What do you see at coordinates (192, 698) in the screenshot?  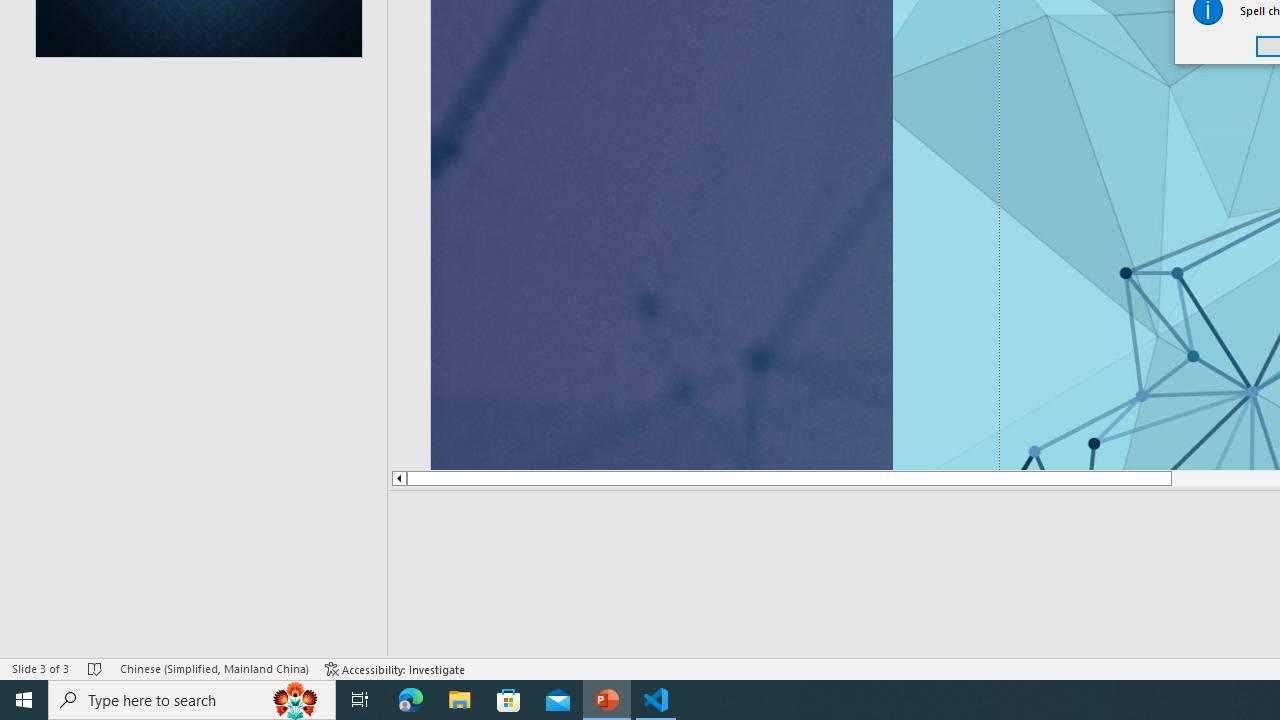 I see `'Type here to search'` at bounding box center [192, 698].